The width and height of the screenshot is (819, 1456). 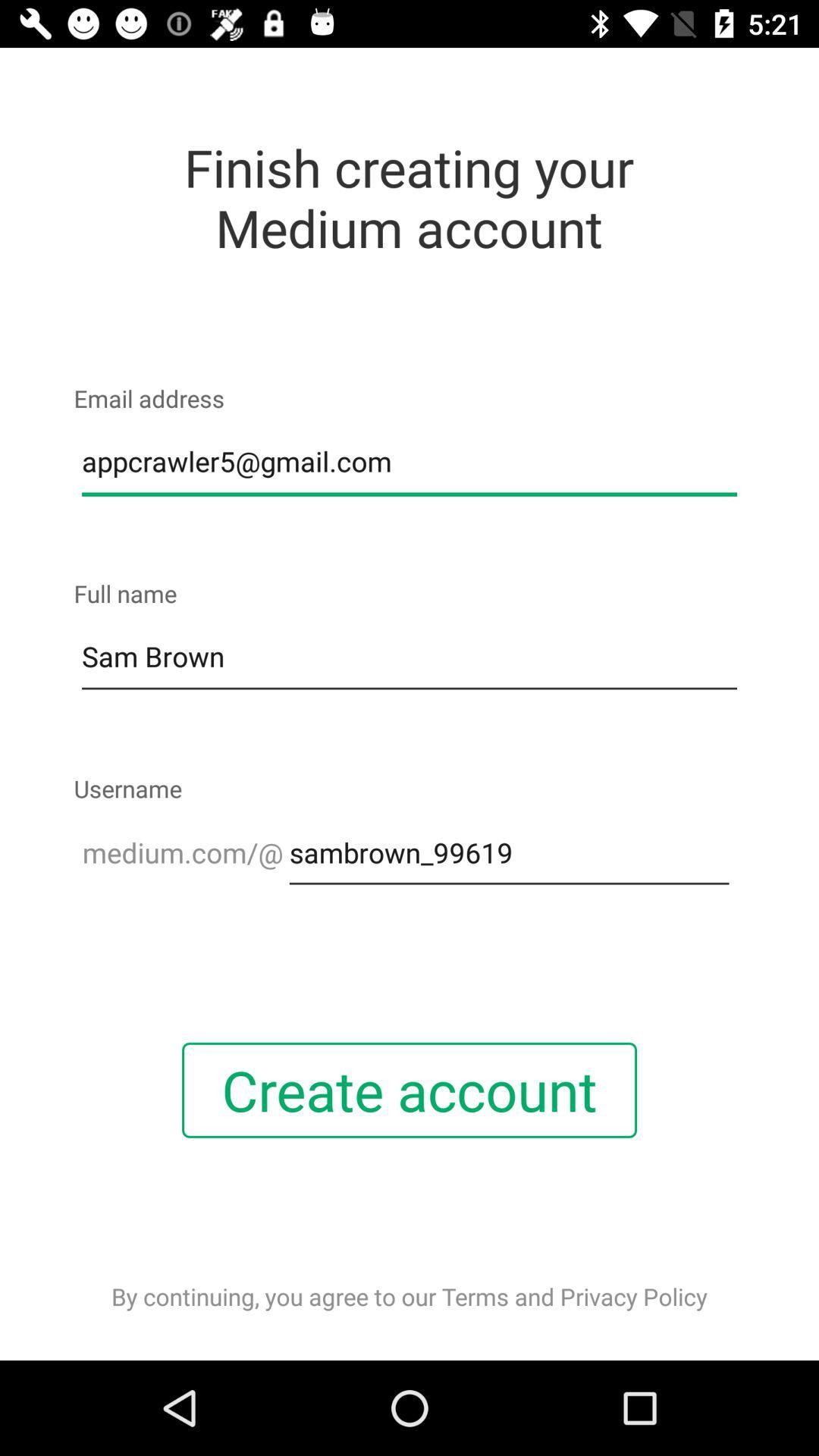 What do you see at coordinates (409, 461) in the screenshot?
I see `appcrawler5@gmail.com` at bounding box center [409, 461].